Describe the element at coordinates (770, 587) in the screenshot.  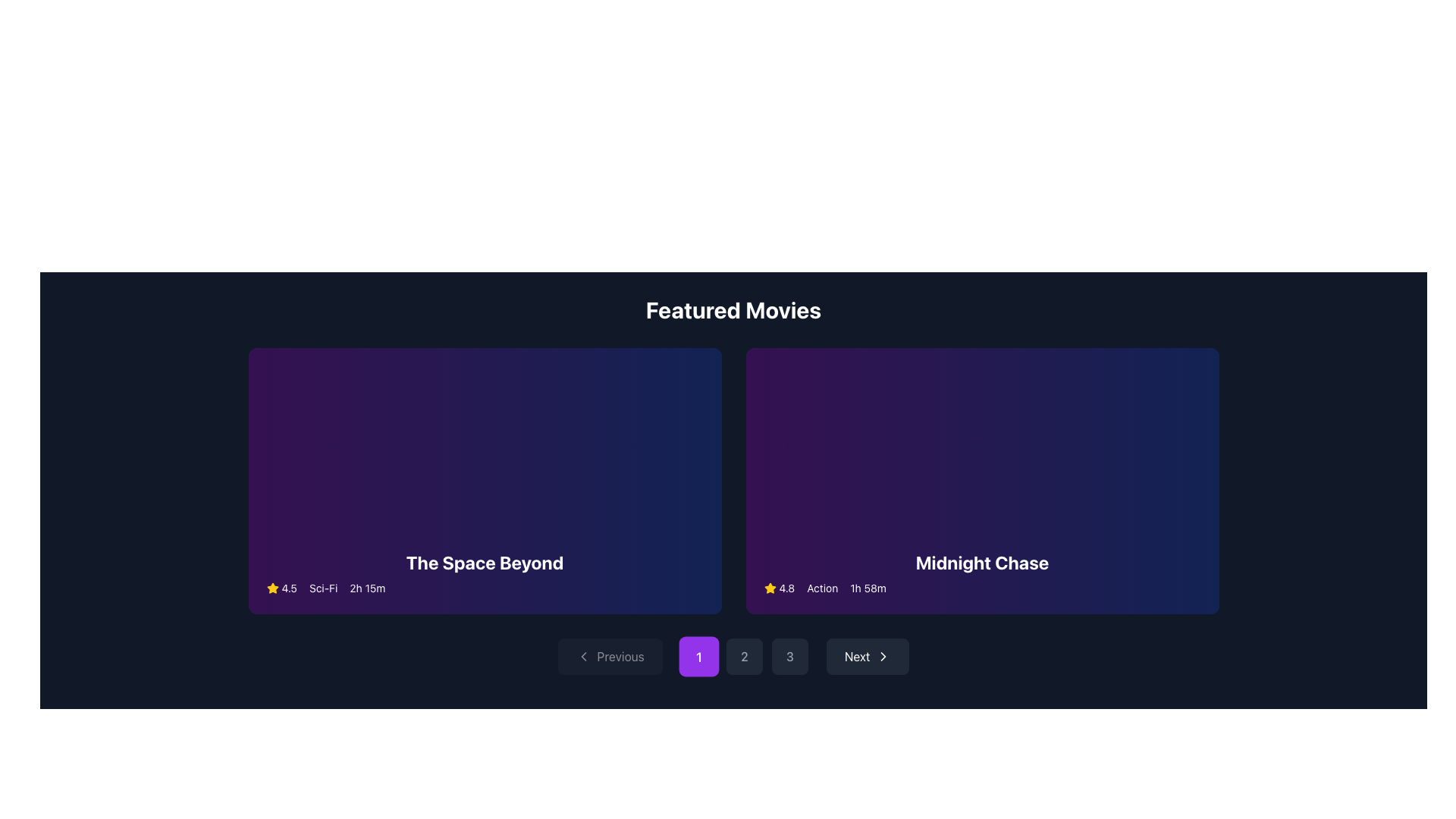
I see `the yellow filled star icon located in the lower-left corner of the 'Midnight Chase' movie card, just before the rating value '4.8'` at that location.